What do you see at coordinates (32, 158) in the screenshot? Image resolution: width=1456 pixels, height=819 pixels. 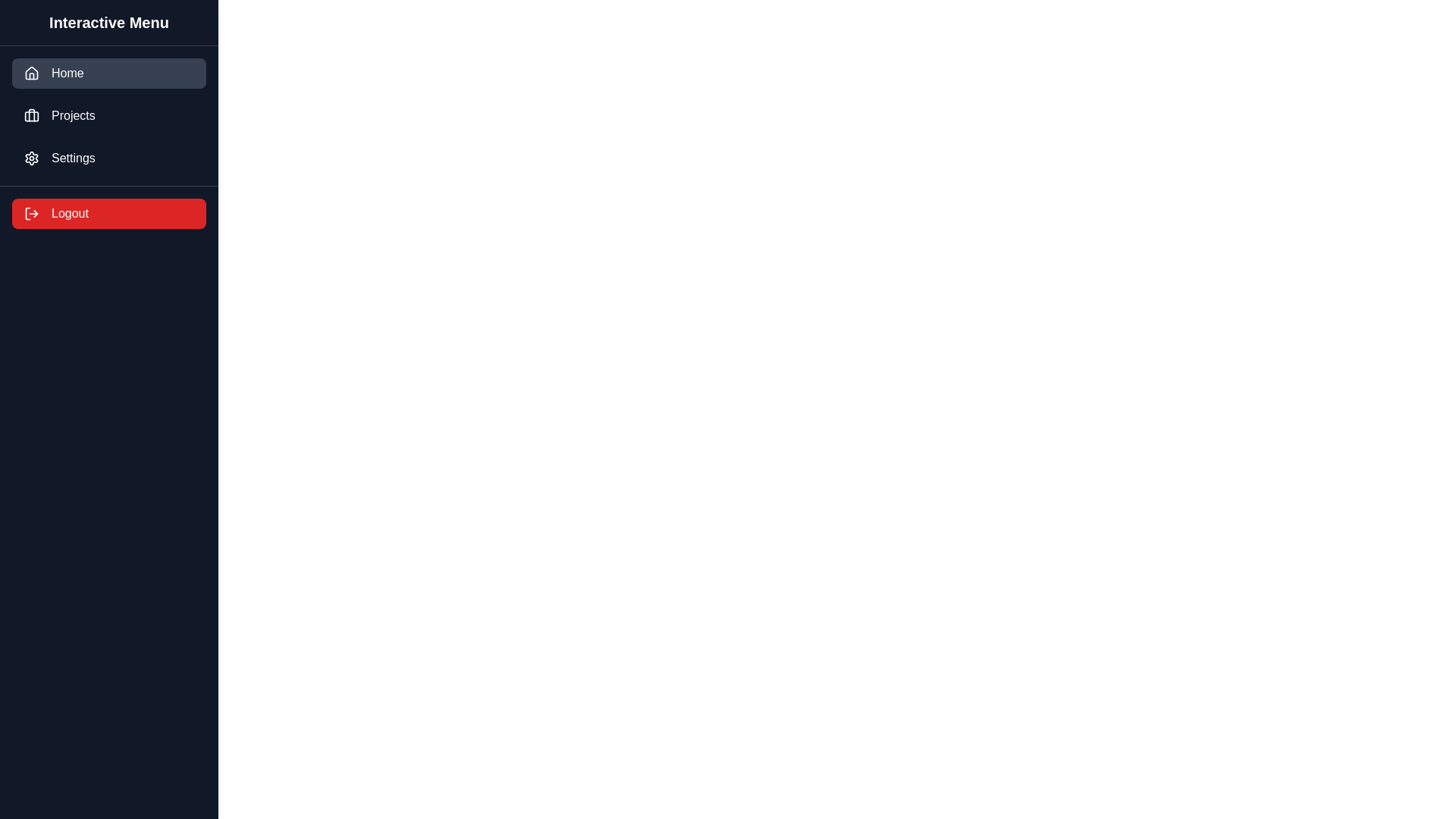 I see `the gear icon used to signify settings, which is located in the third row of the vertical menu to the left of the text 'Settings'` at bounding box center [32, 158].